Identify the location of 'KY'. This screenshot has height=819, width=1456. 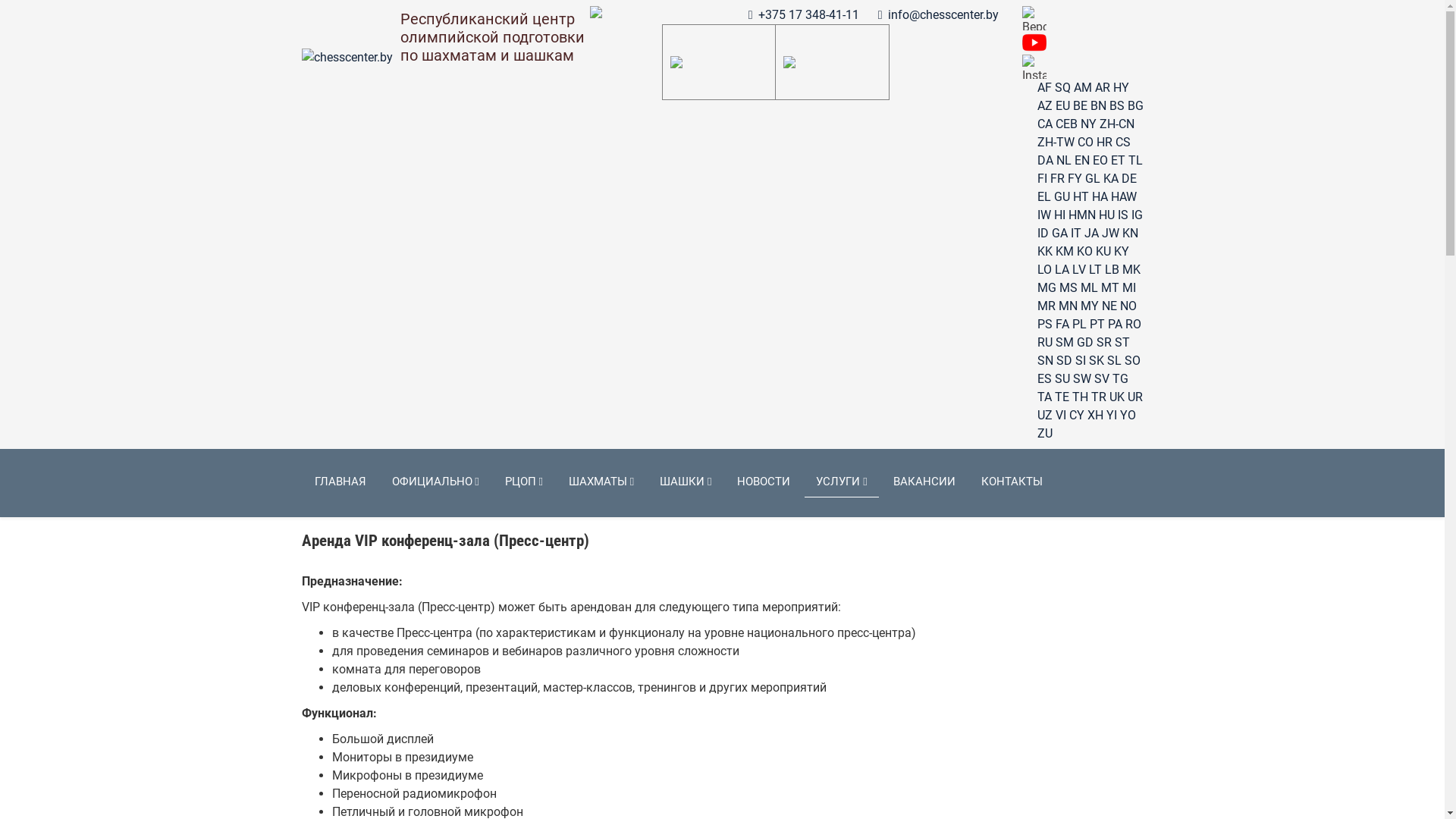
(1121, 250).